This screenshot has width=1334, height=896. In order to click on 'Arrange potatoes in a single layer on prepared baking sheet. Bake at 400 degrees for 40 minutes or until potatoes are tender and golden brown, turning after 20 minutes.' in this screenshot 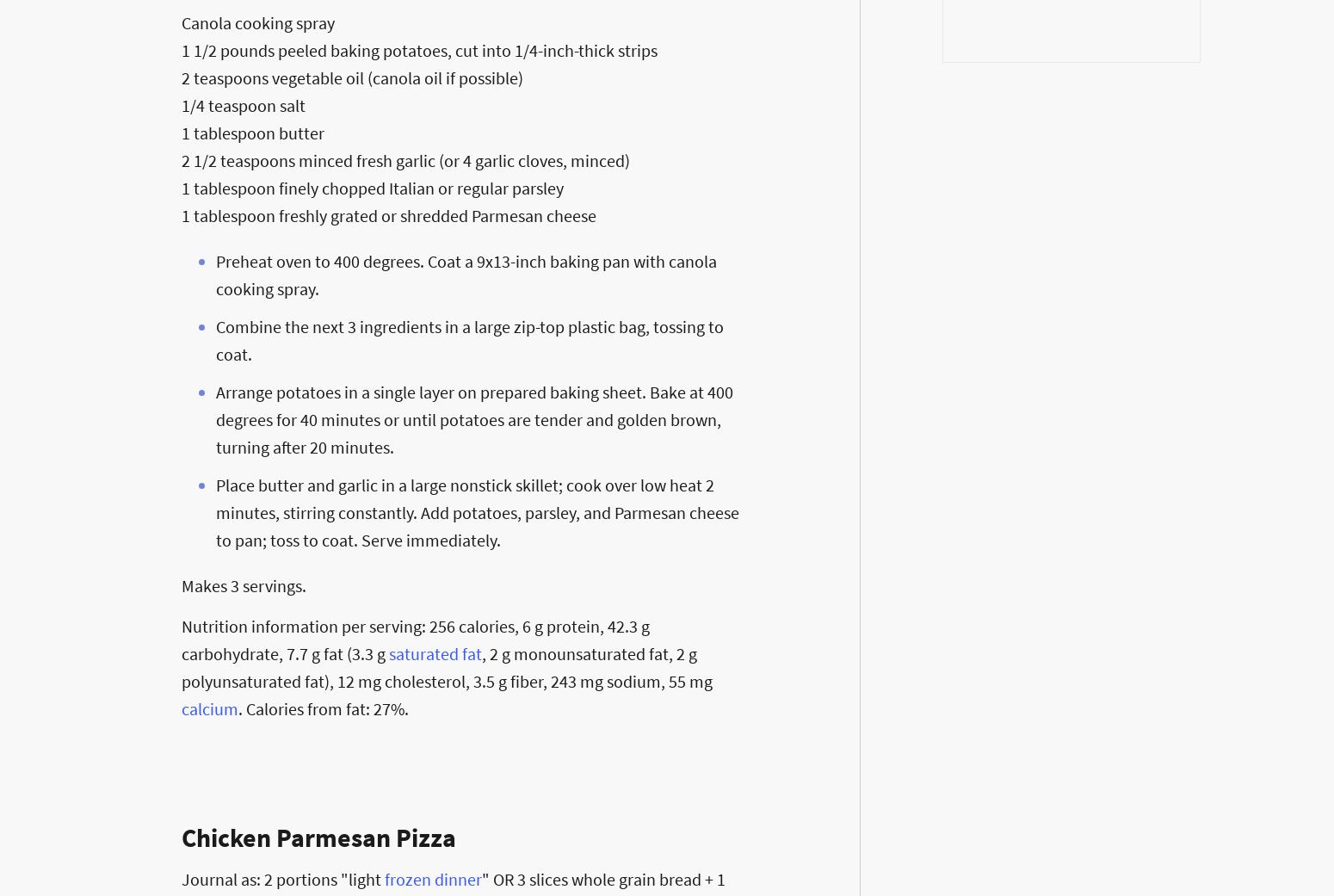, I will do `click(474, 418)`.